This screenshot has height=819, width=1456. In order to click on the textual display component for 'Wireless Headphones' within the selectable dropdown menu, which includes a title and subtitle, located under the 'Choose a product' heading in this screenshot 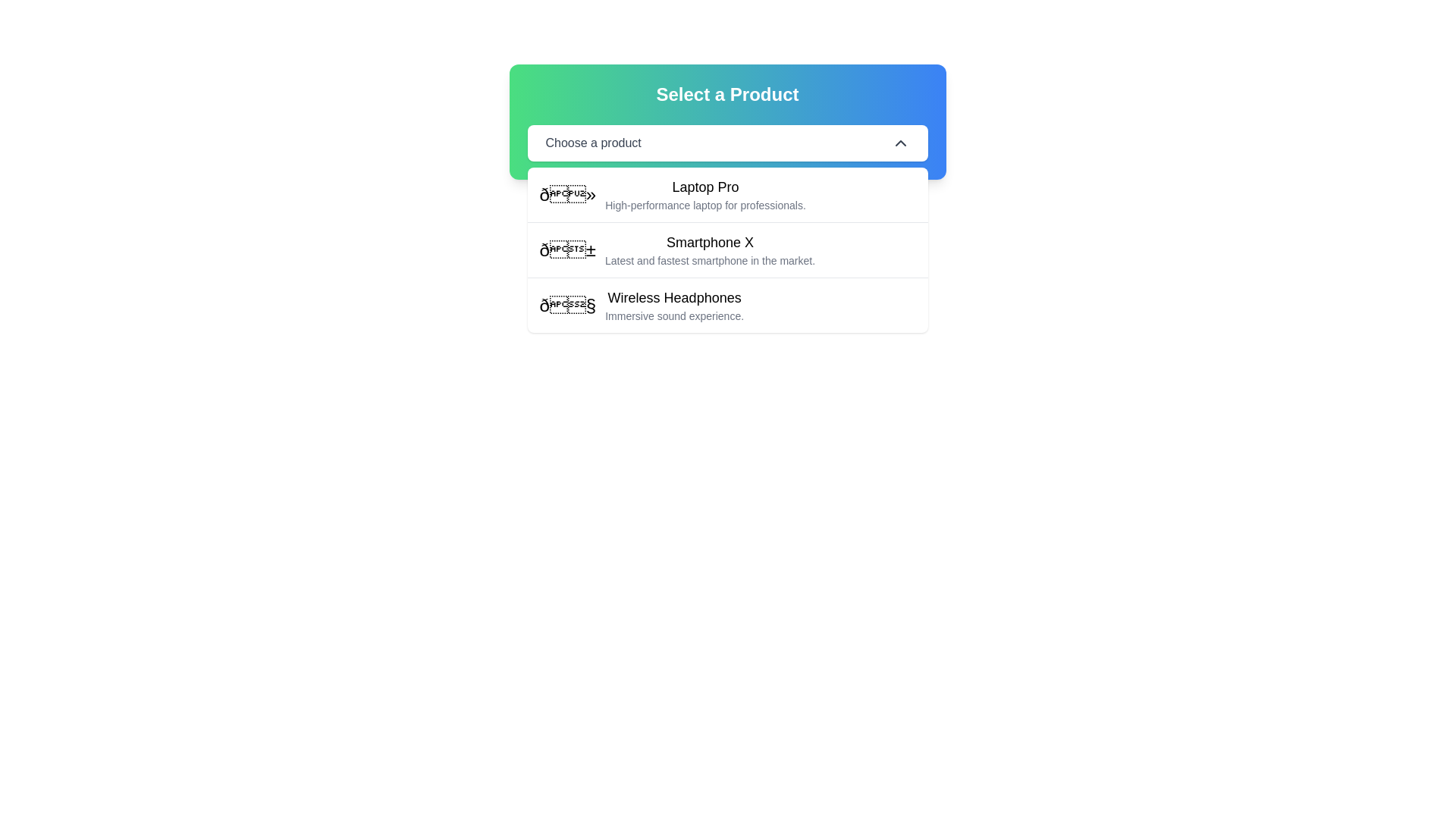, I will do `click(673, 305)`.